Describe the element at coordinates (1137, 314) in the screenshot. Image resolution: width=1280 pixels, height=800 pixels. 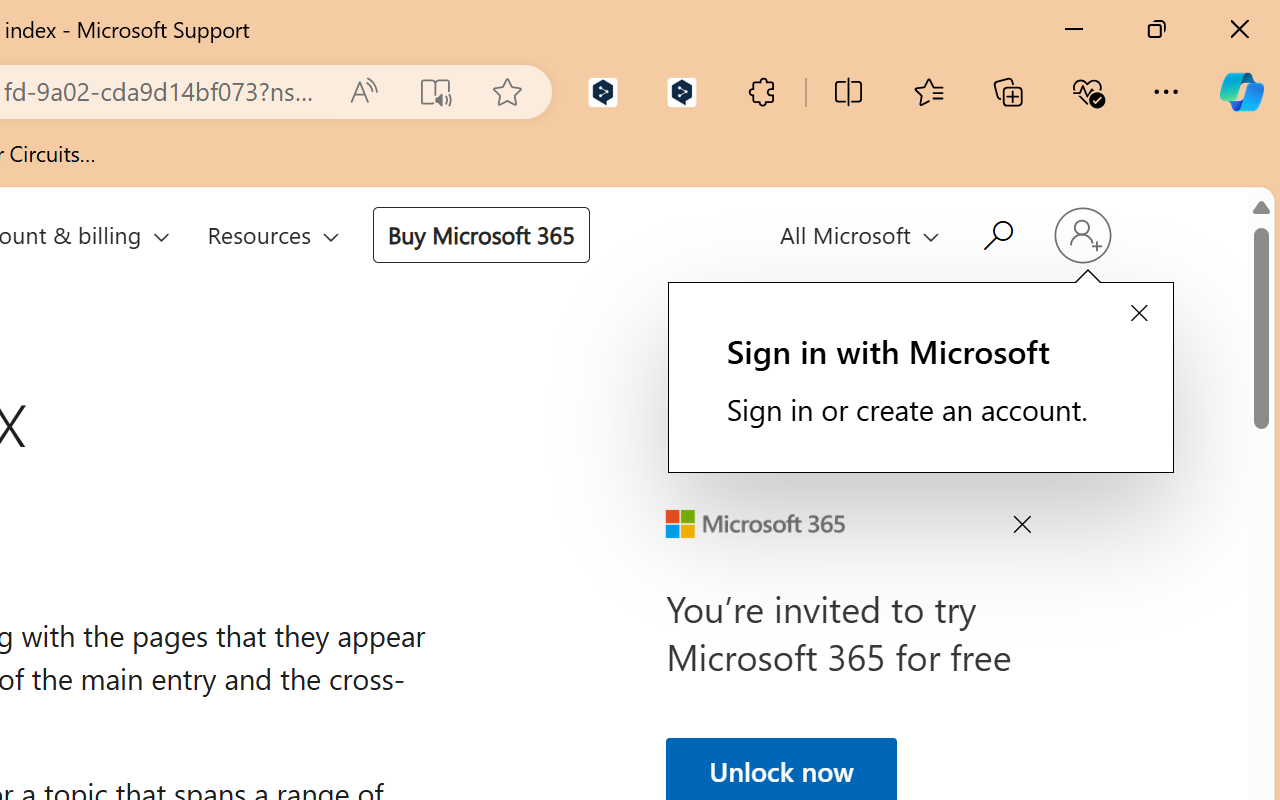
I see `'Close callout prompt.'` at that location.